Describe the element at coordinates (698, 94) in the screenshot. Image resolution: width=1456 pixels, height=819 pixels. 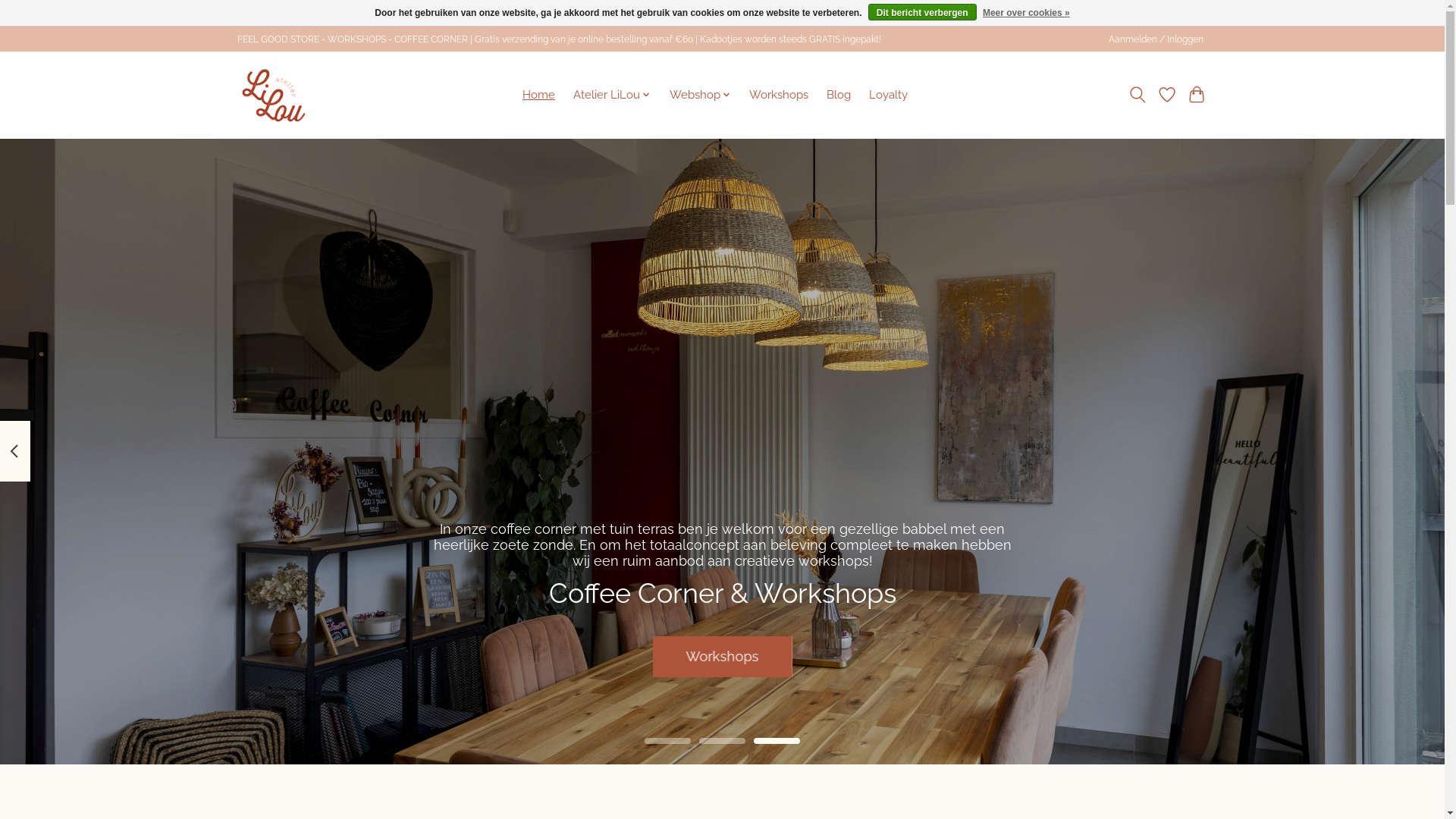
I see `'Webshop'` at that location.